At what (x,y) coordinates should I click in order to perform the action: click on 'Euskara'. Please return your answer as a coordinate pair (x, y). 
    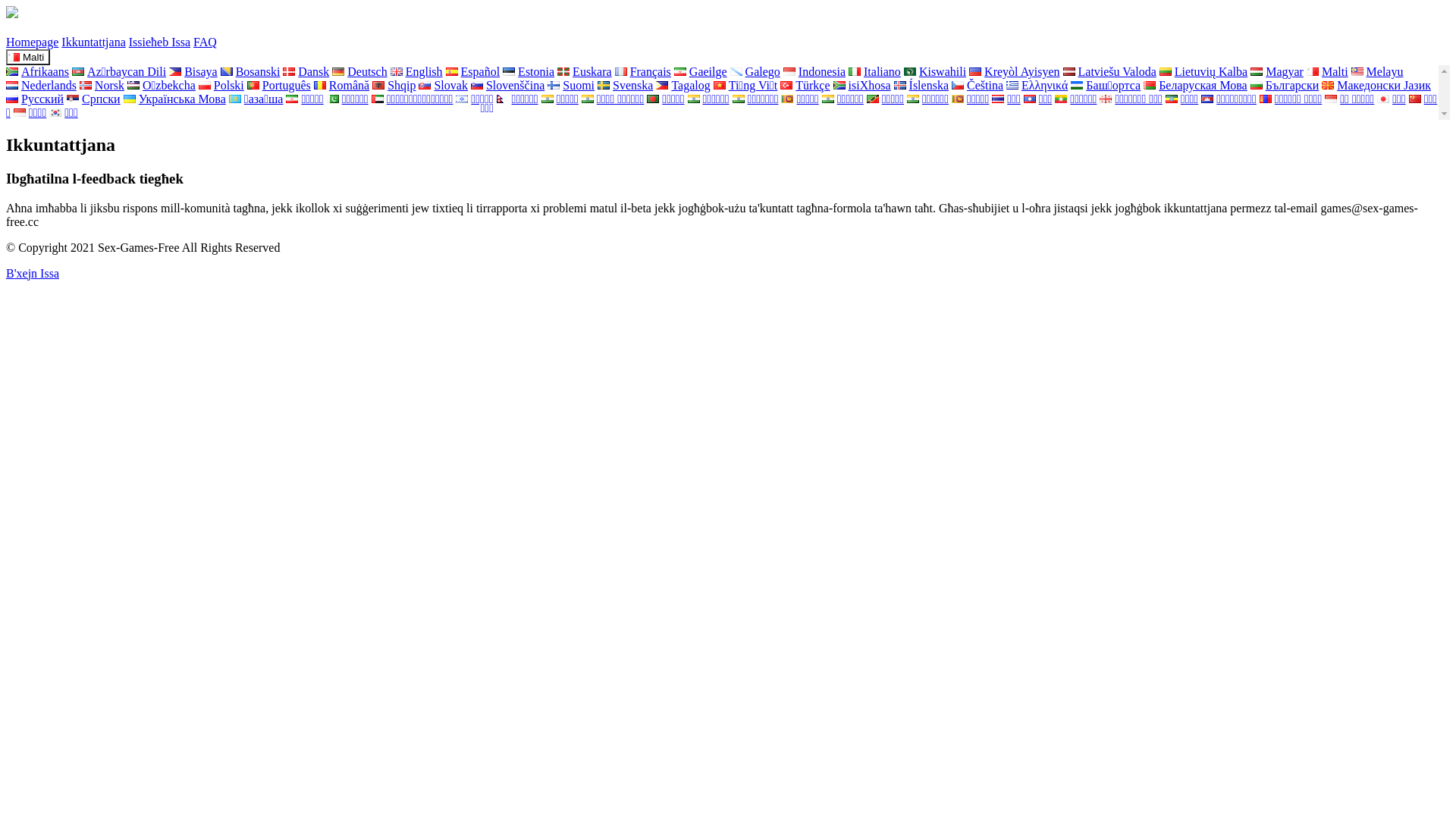
    Looking at the image, I should click on (584, 71).